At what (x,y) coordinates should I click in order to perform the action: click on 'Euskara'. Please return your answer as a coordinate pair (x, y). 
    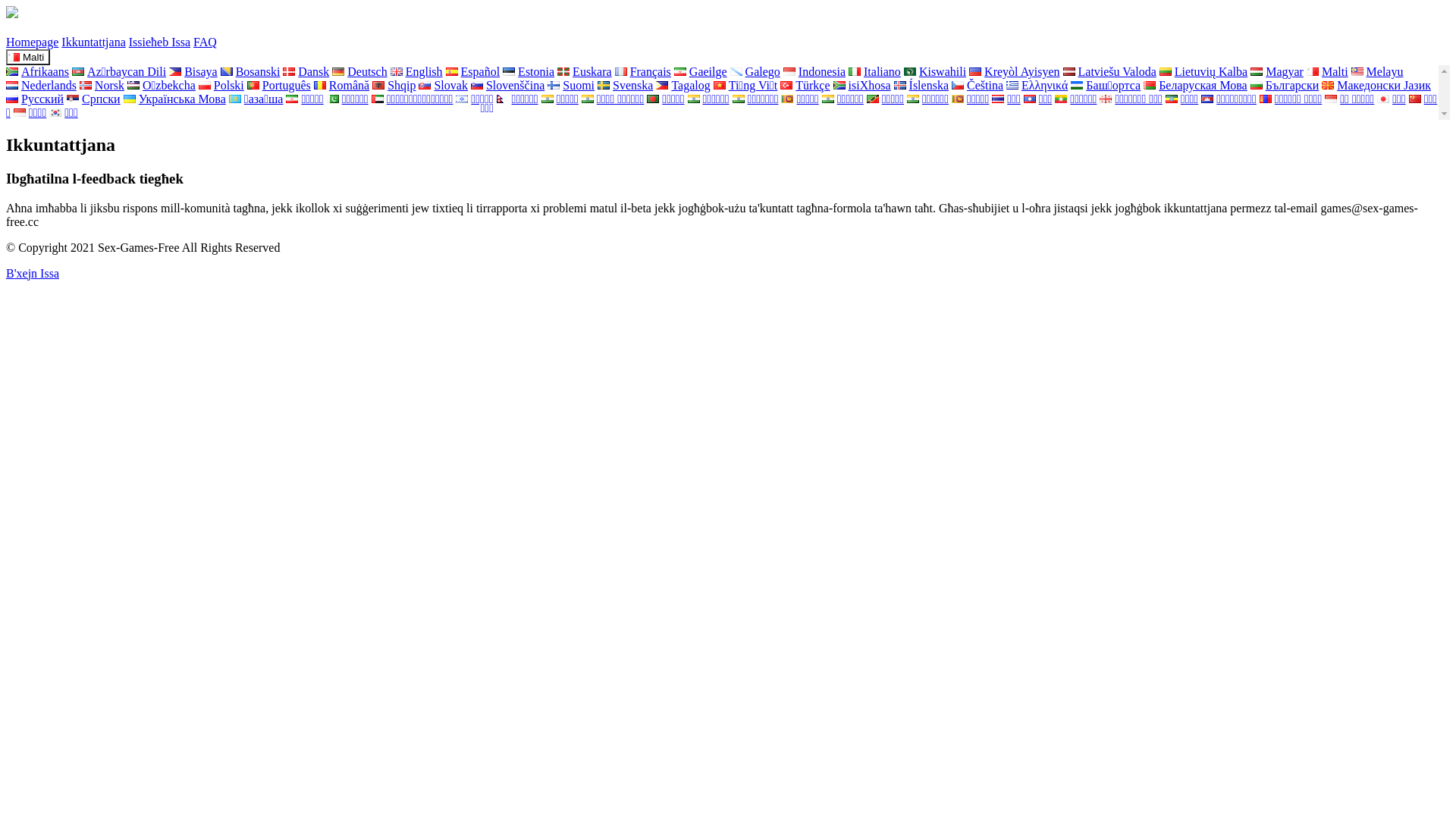
    Looking at the image, I should click on (584, 71).